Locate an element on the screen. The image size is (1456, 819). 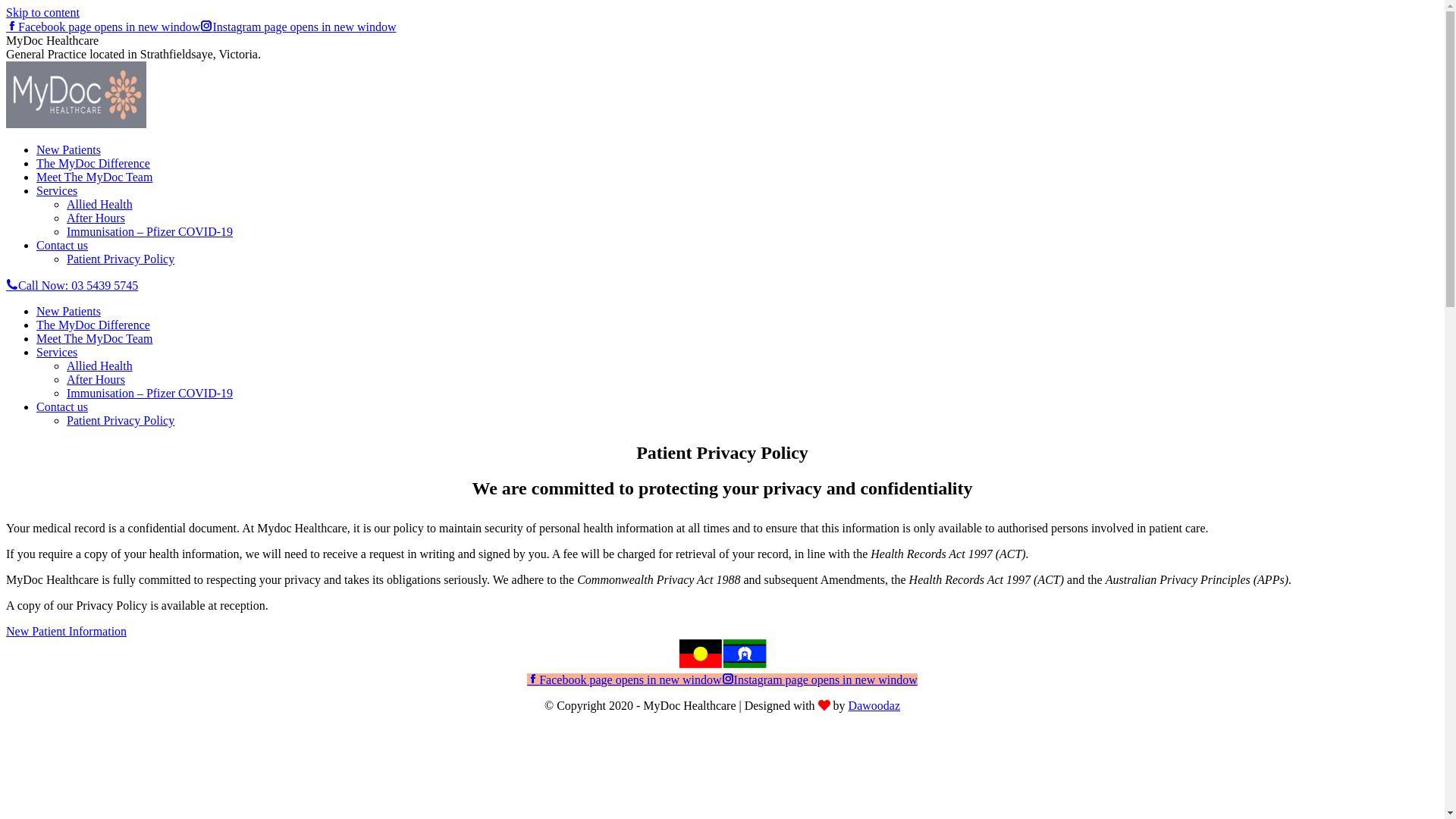
'Patient Privacy Policy' is located at coordinates (119, 258).